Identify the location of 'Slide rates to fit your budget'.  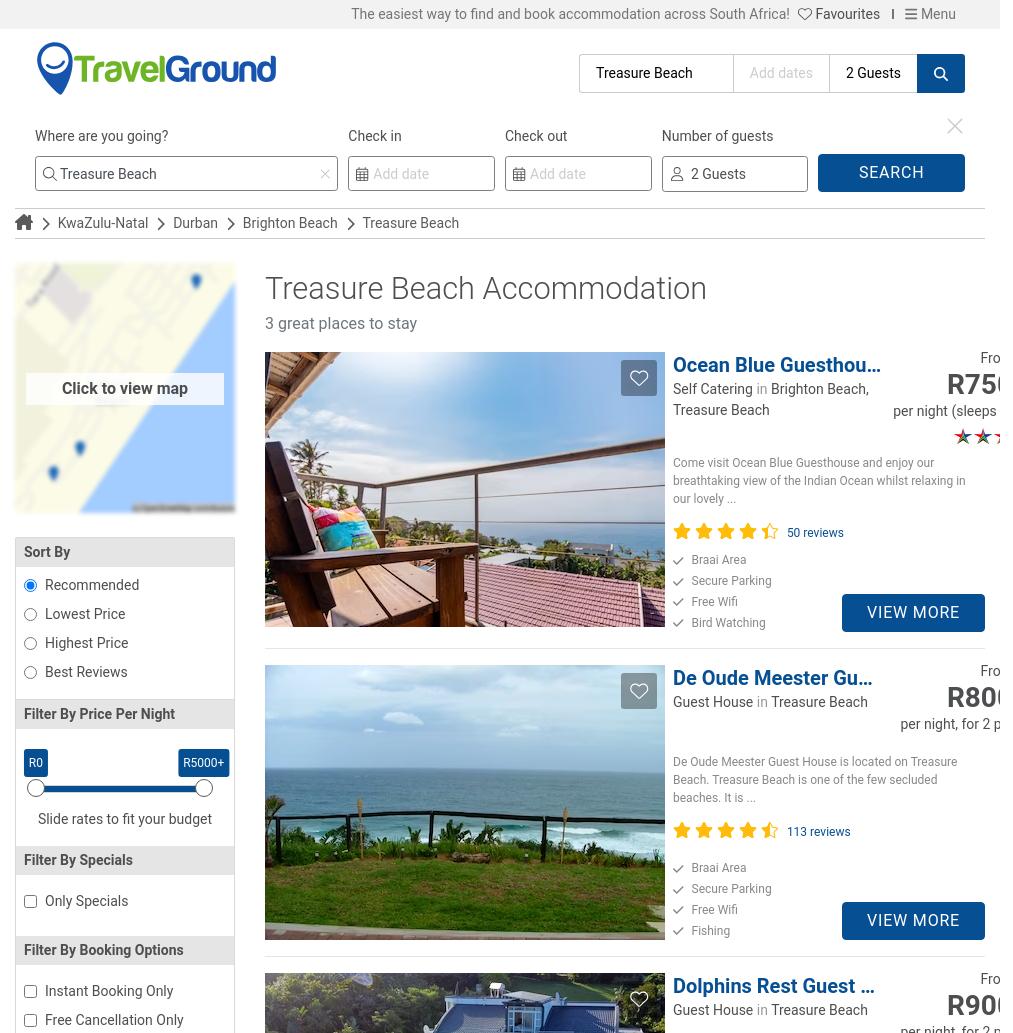
(35, 818).